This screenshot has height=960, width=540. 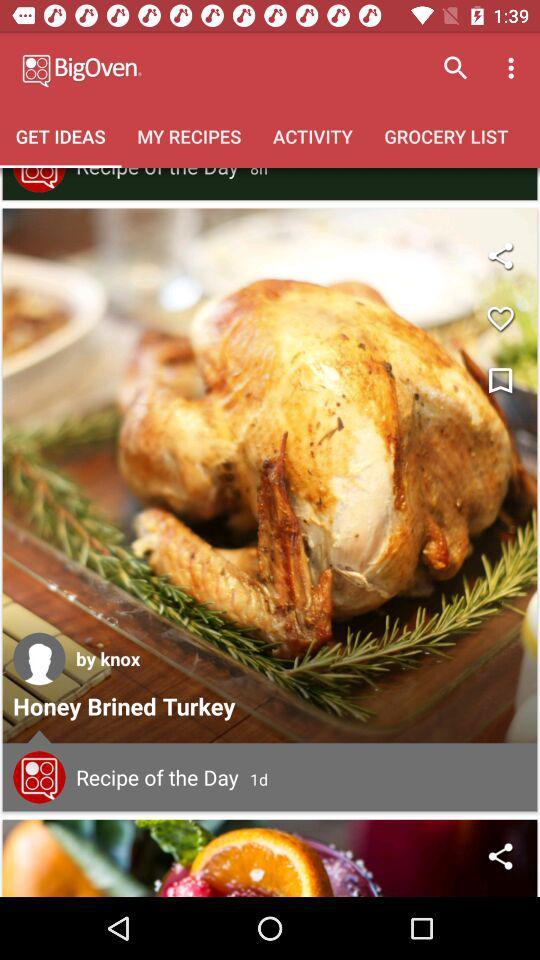 I want to click on read comments, so click(x=39, y=776).